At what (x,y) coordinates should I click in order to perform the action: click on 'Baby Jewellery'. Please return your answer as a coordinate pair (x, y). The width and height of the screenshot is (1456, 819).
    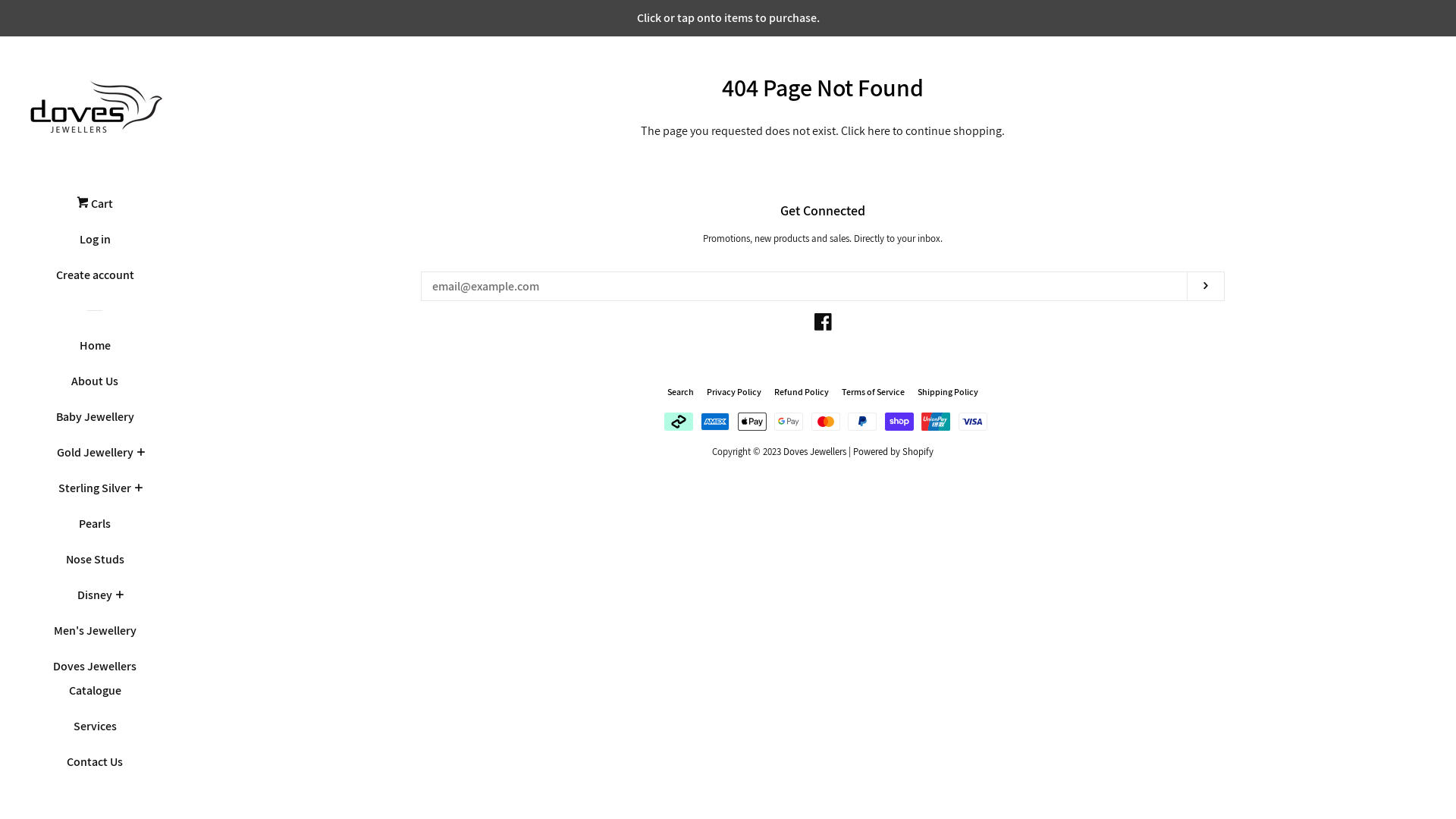
    Looking at the image, I should click on (93, 422).